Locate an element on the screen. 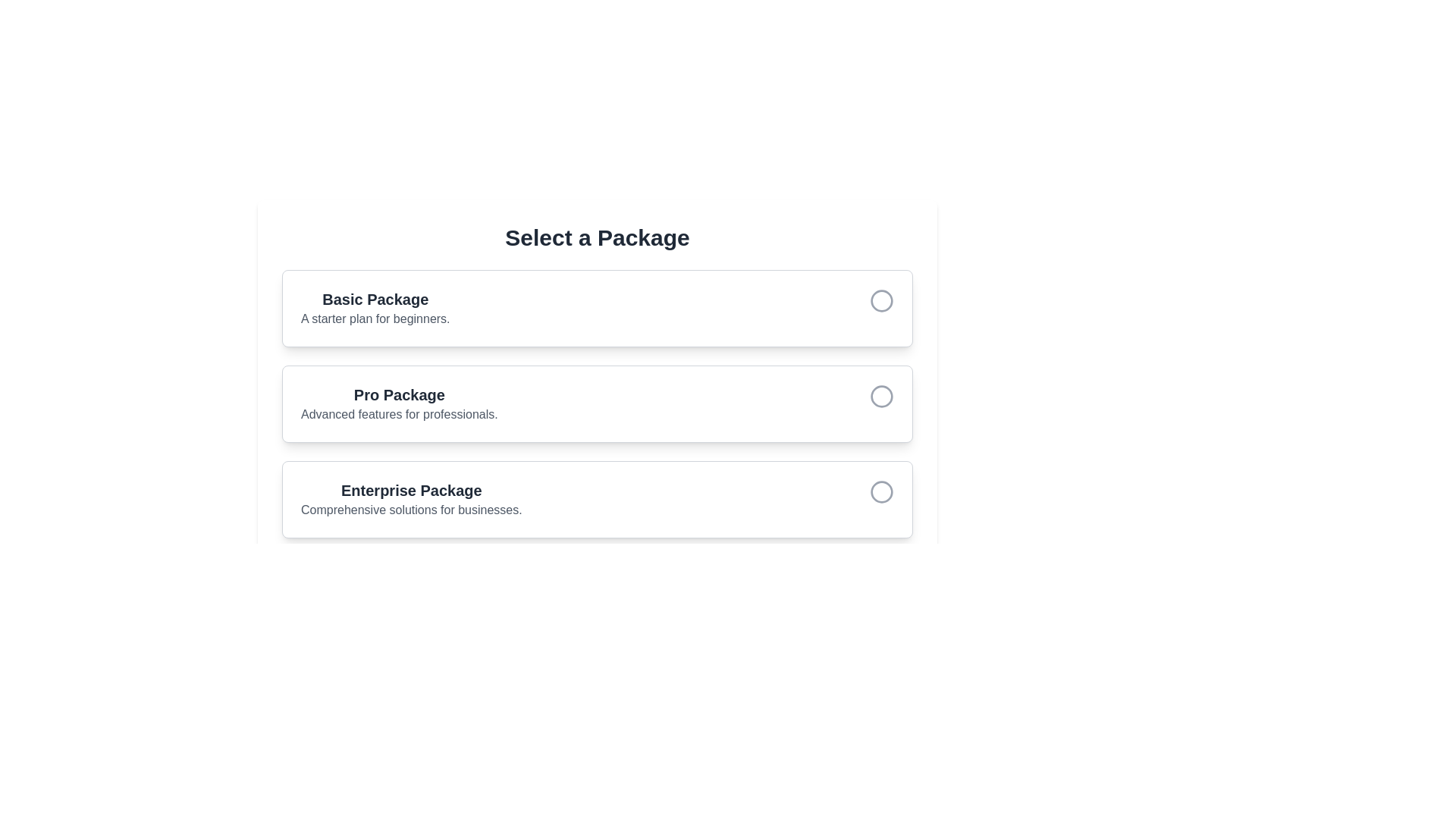 Image resolution: width=1456 pixels, height=819 pixels. the static text label that provides additional context regarding the 'Enterprise Package' selection, located beneath the 'Enterprise Package' text in the third option card of the 'Select a Package' list is located at coordinates (411, 510).